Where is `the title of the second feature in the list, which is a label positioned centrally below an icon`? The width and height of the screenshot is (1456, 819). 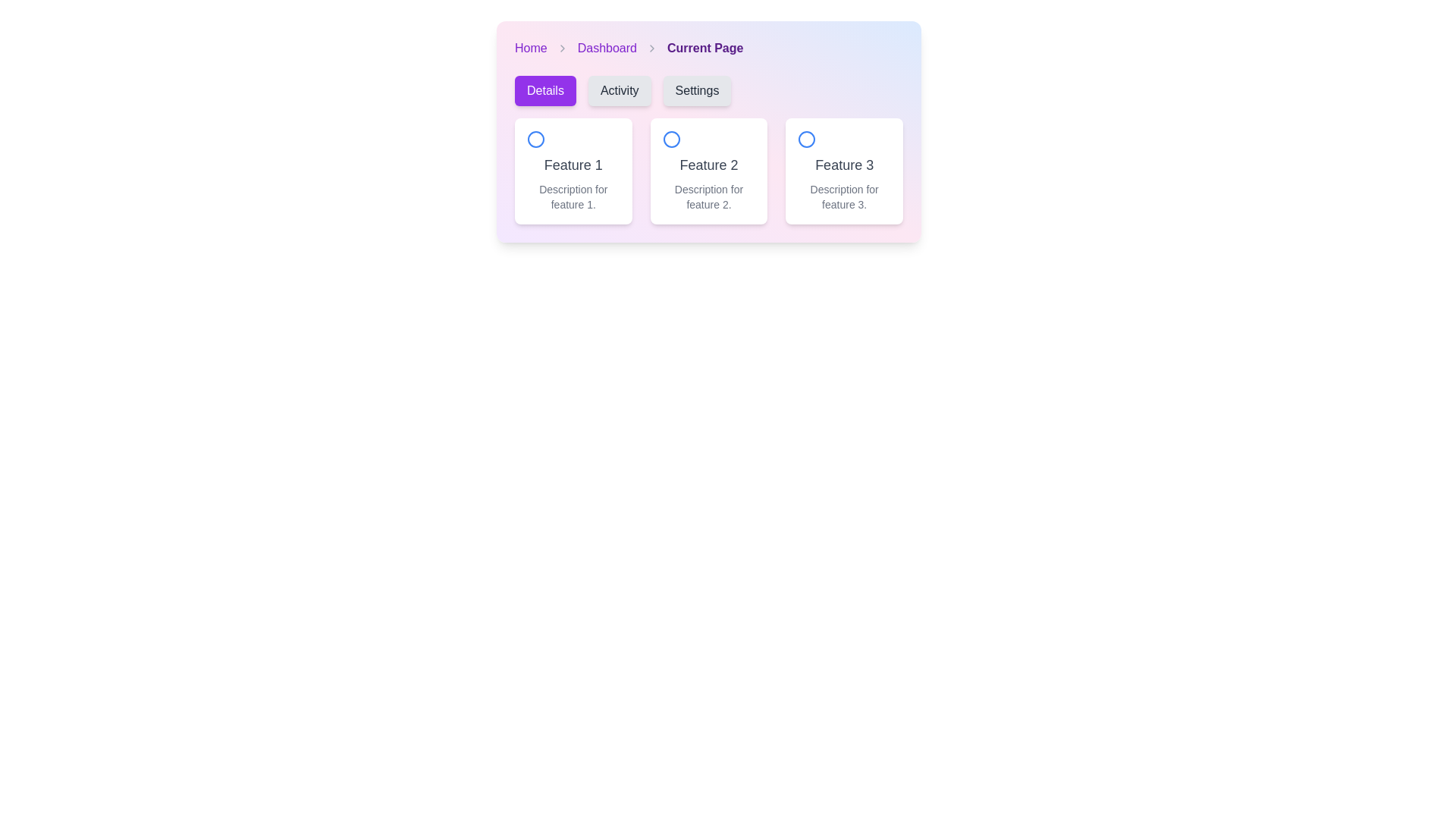
the title of the second feature in the list, which is a label positioned centrally below an icon is located at coordinates (708, 165).